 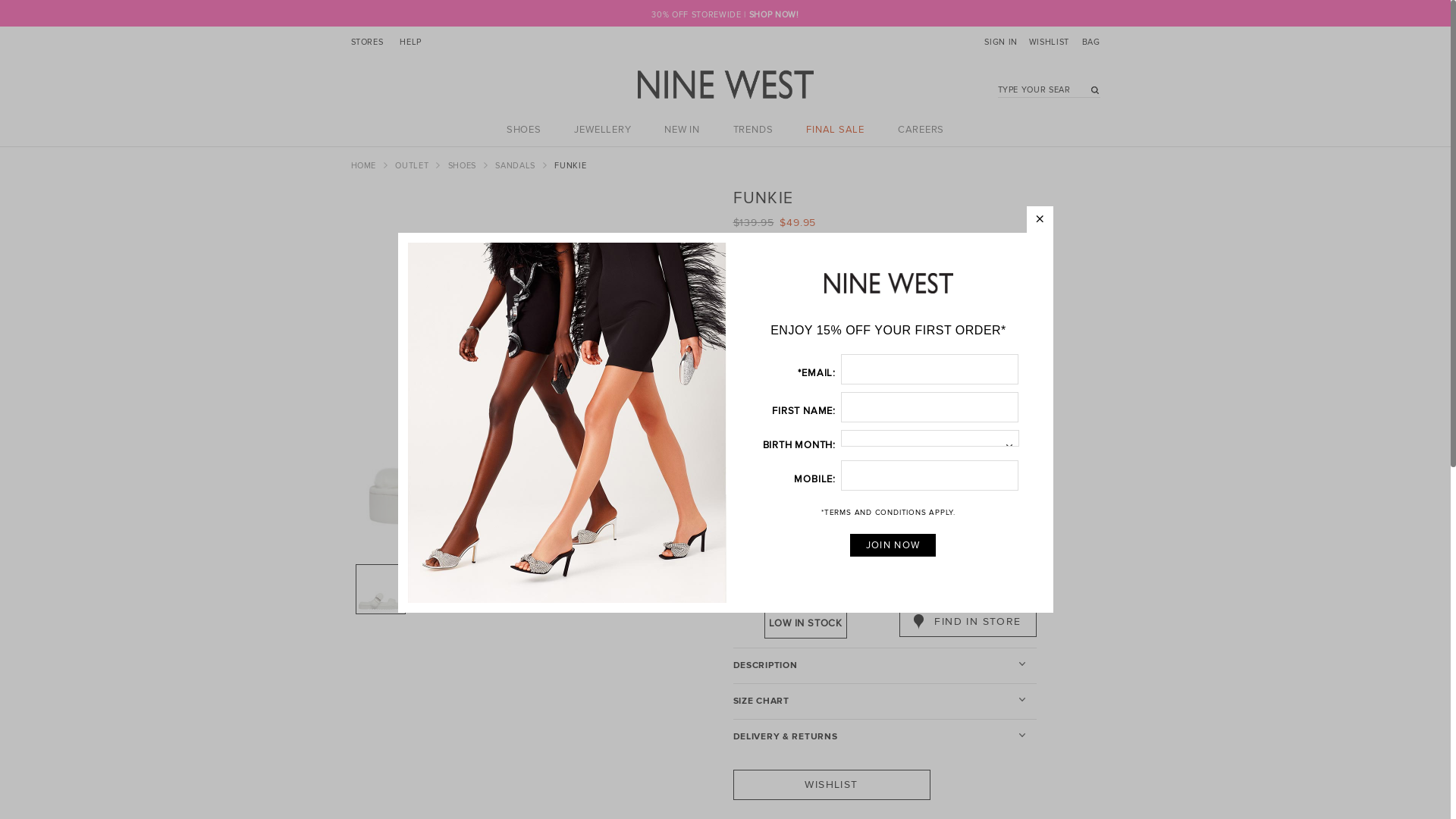 I want to click on 'TRENDS', so click(x=753, y=128).